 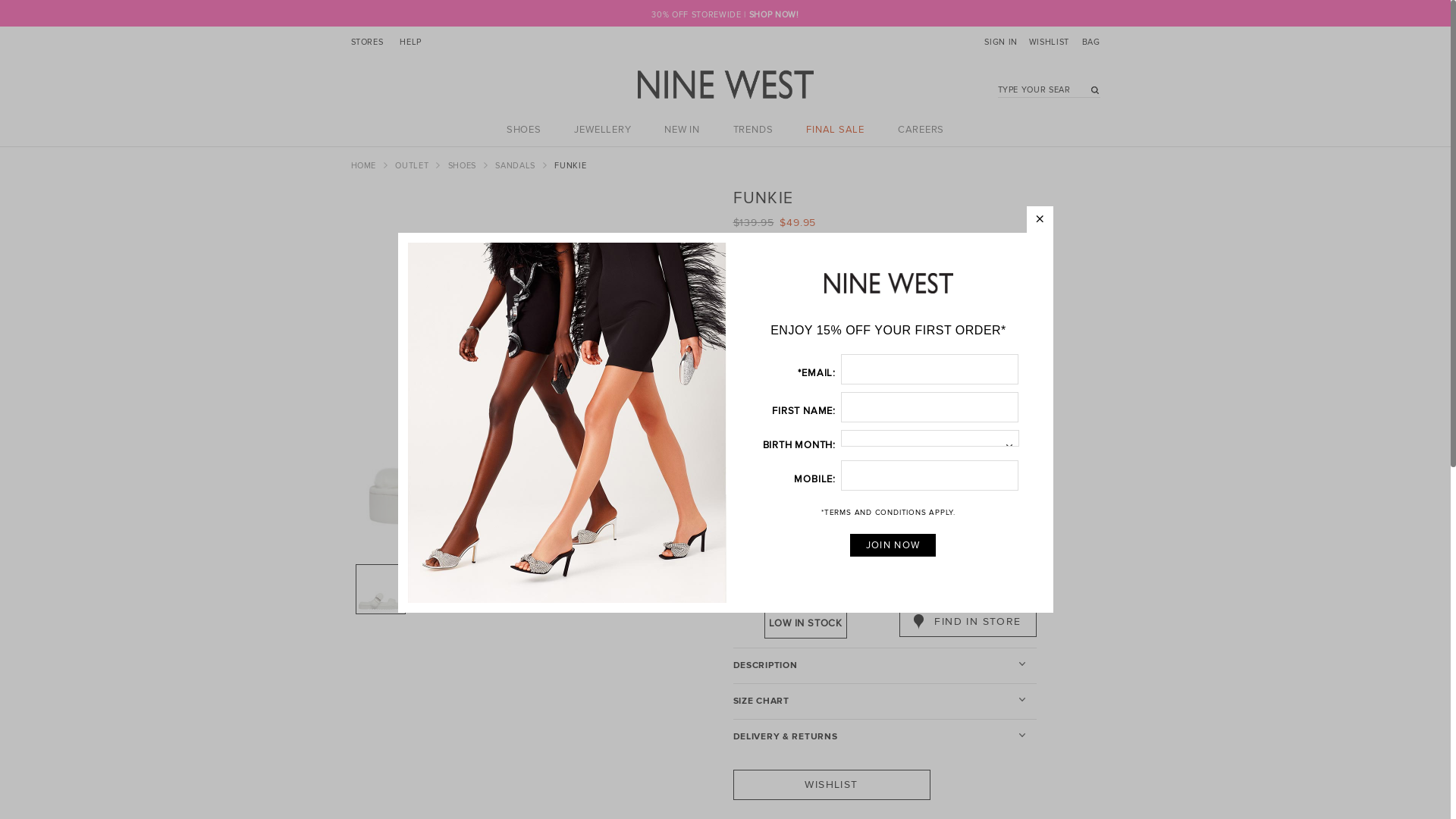 I want to click on 'TRENDS', so click(x=753, y=128).